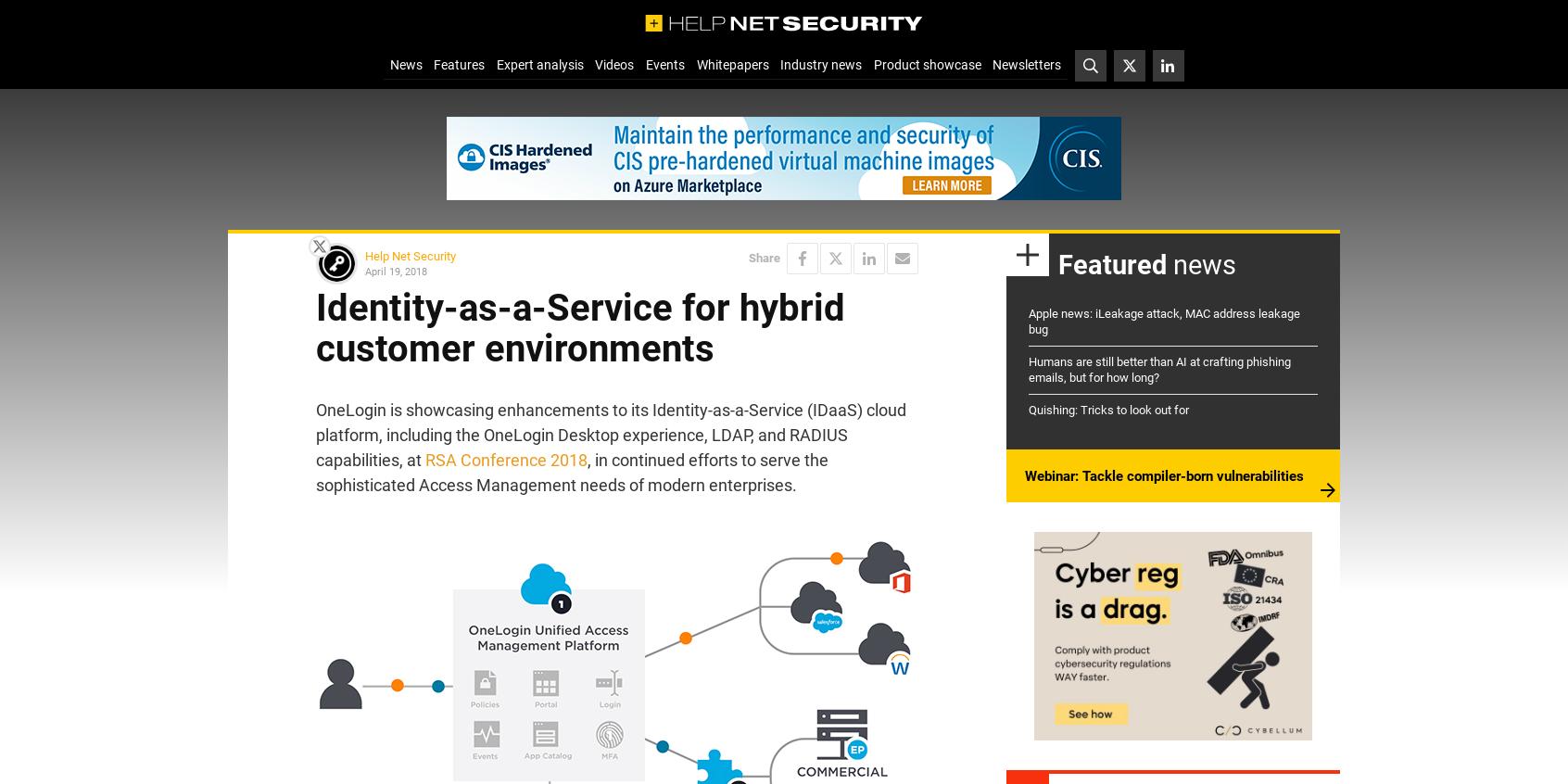  What do you see at coordinates (695, 63) in the screenshot?
I see `'Whitepapers'` at bounding box center [695, 63].